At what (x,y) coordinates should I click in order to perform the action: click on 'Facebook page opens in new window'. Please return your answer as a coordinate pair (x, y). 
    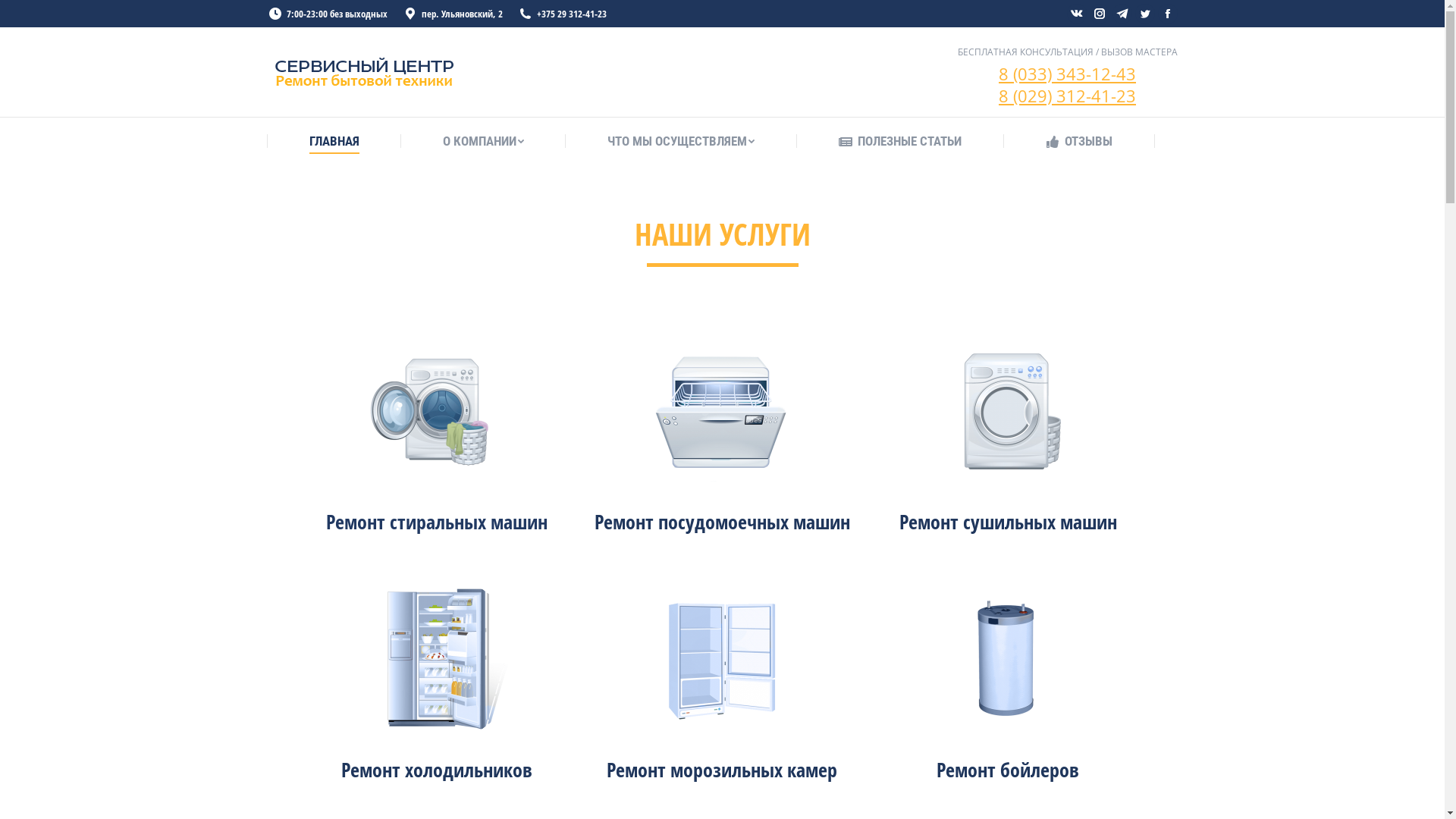
    Looking at the image, I should click on (1166, 14).